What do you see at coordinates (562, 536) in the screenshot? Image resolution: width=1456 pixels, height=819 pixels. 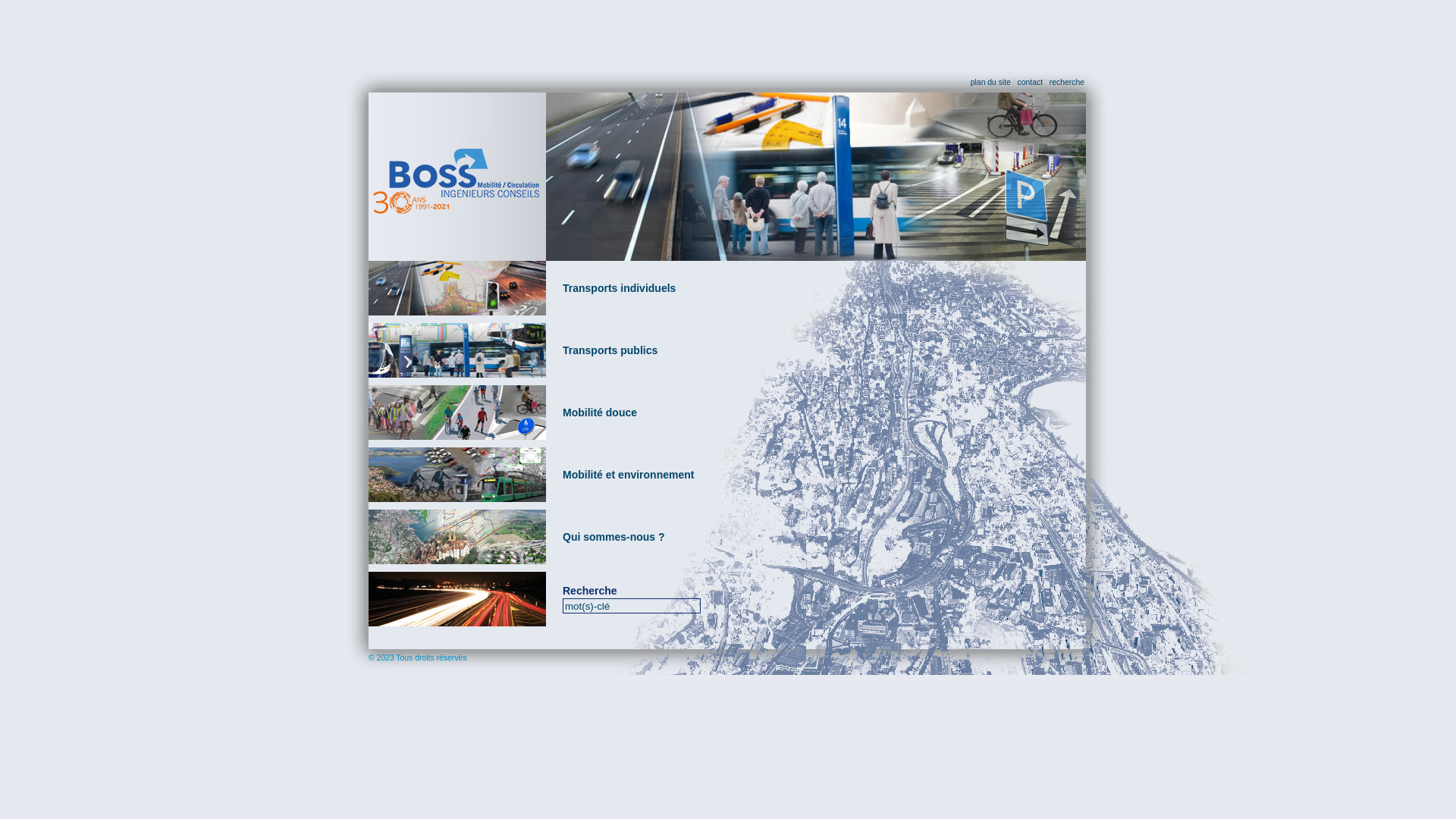 I see `'Qui sommes-nous ?'` at bounding box center [562, 536].